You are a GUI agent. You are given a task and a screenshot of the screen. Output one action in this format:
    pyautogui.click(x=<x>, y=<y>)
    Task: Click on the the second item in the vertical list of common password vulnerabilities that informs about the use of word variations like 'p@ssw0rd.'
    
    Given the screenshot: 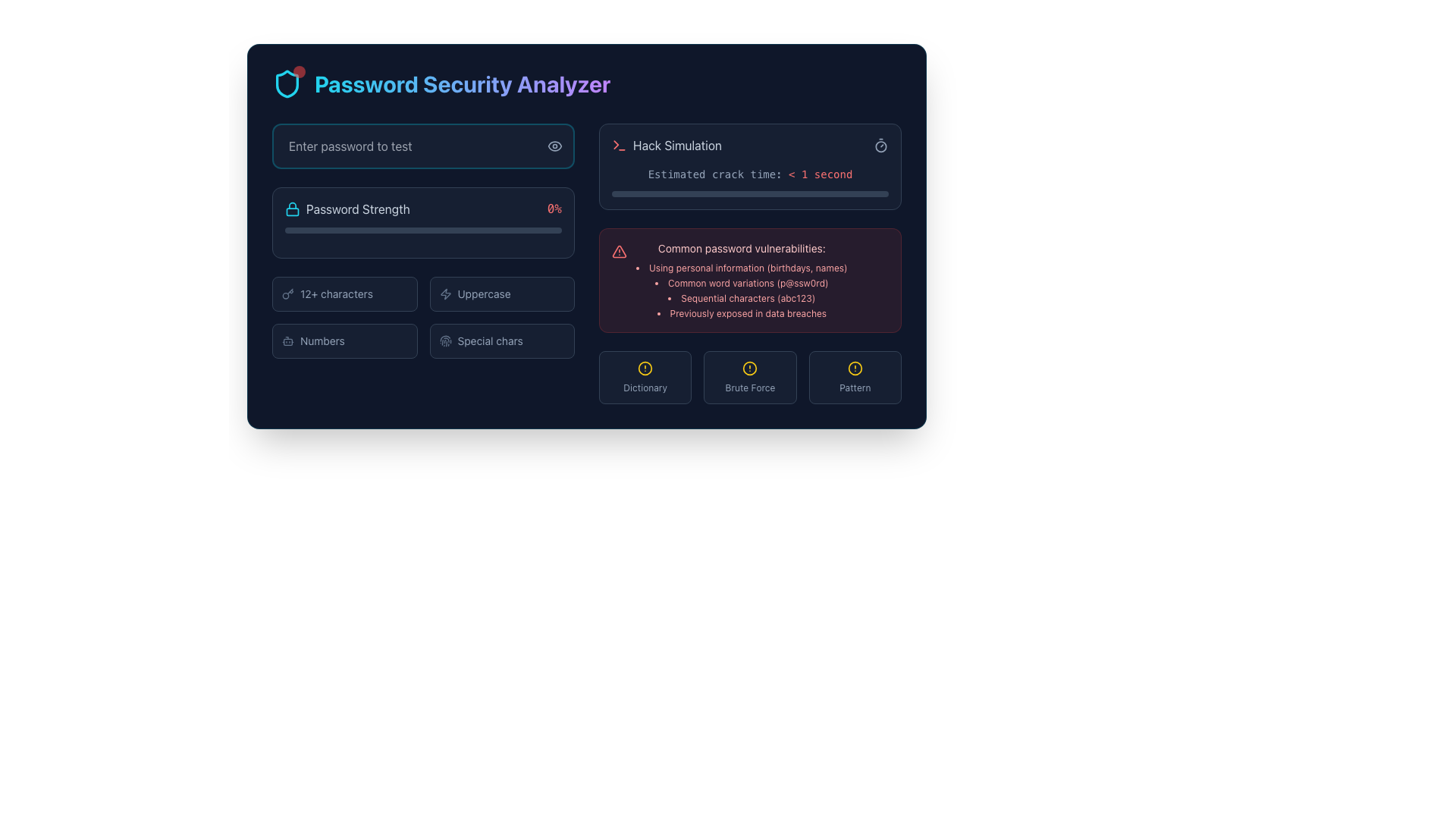 What is the action you would take?
    pyautogui.click(x=742, y=284)
    